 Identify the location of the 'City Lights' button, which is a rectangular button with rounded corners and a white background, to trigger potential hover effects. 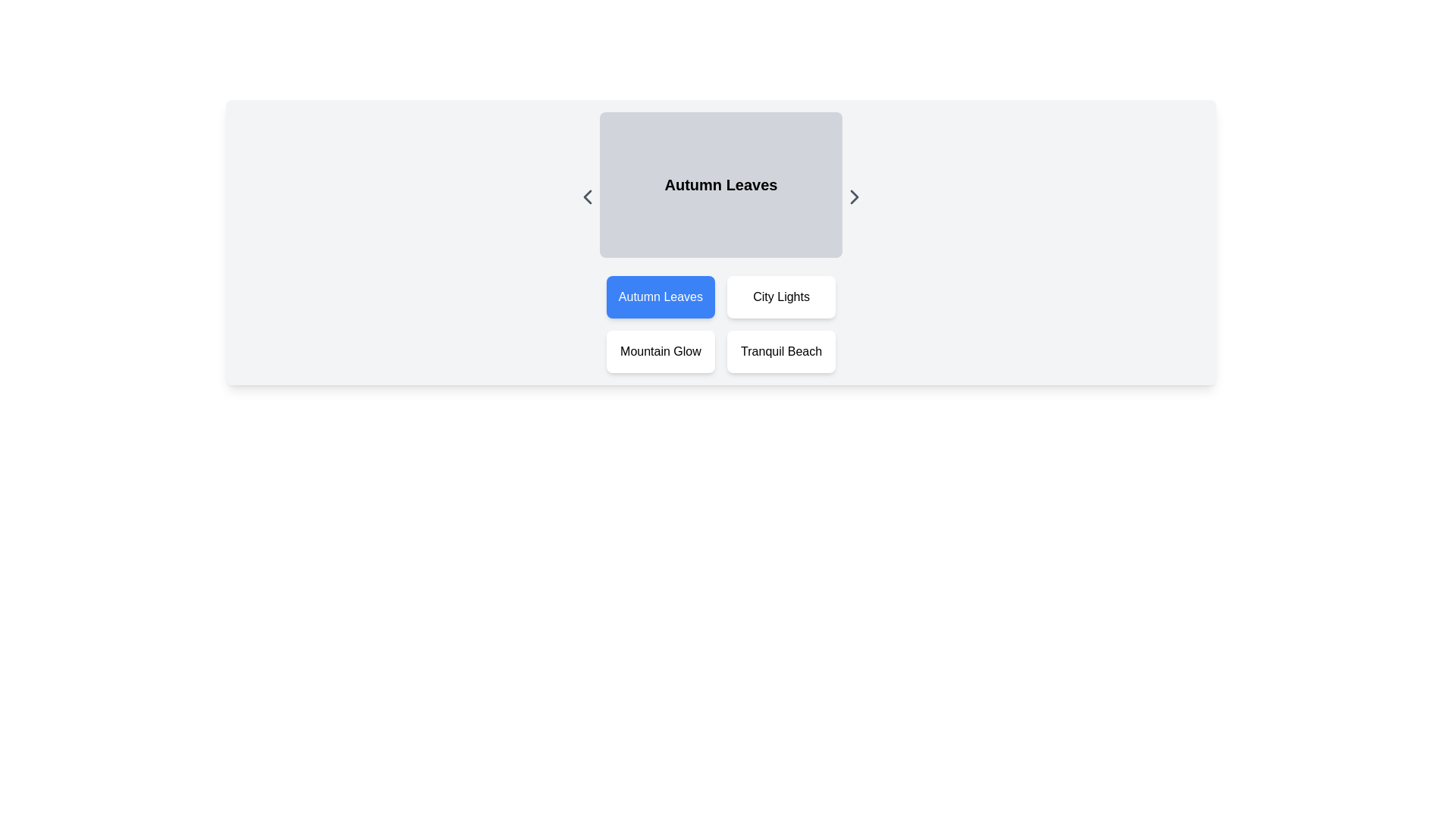
(781, 297).